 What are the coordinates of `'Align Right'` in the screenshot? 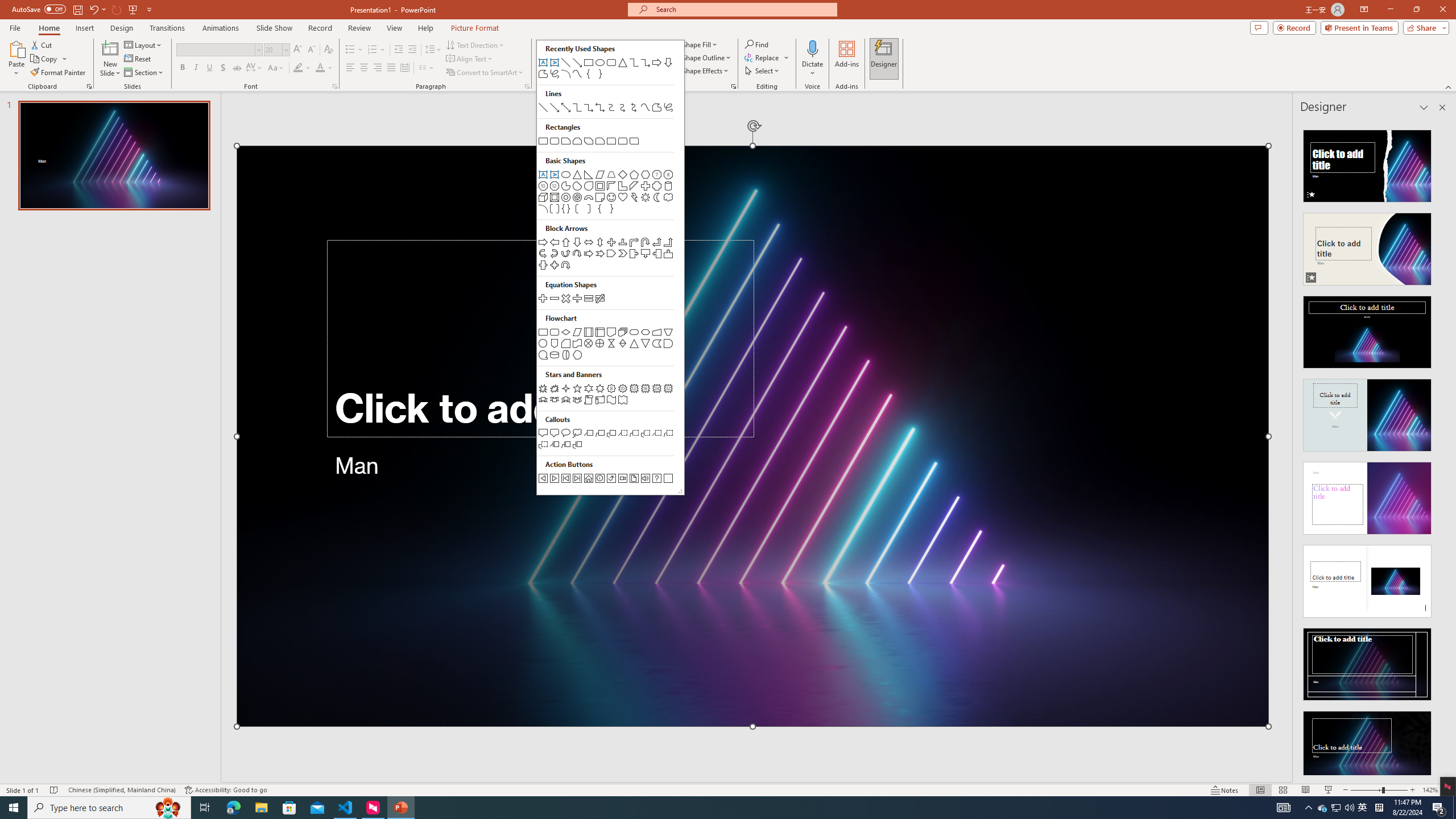 It's located at (378, 67).